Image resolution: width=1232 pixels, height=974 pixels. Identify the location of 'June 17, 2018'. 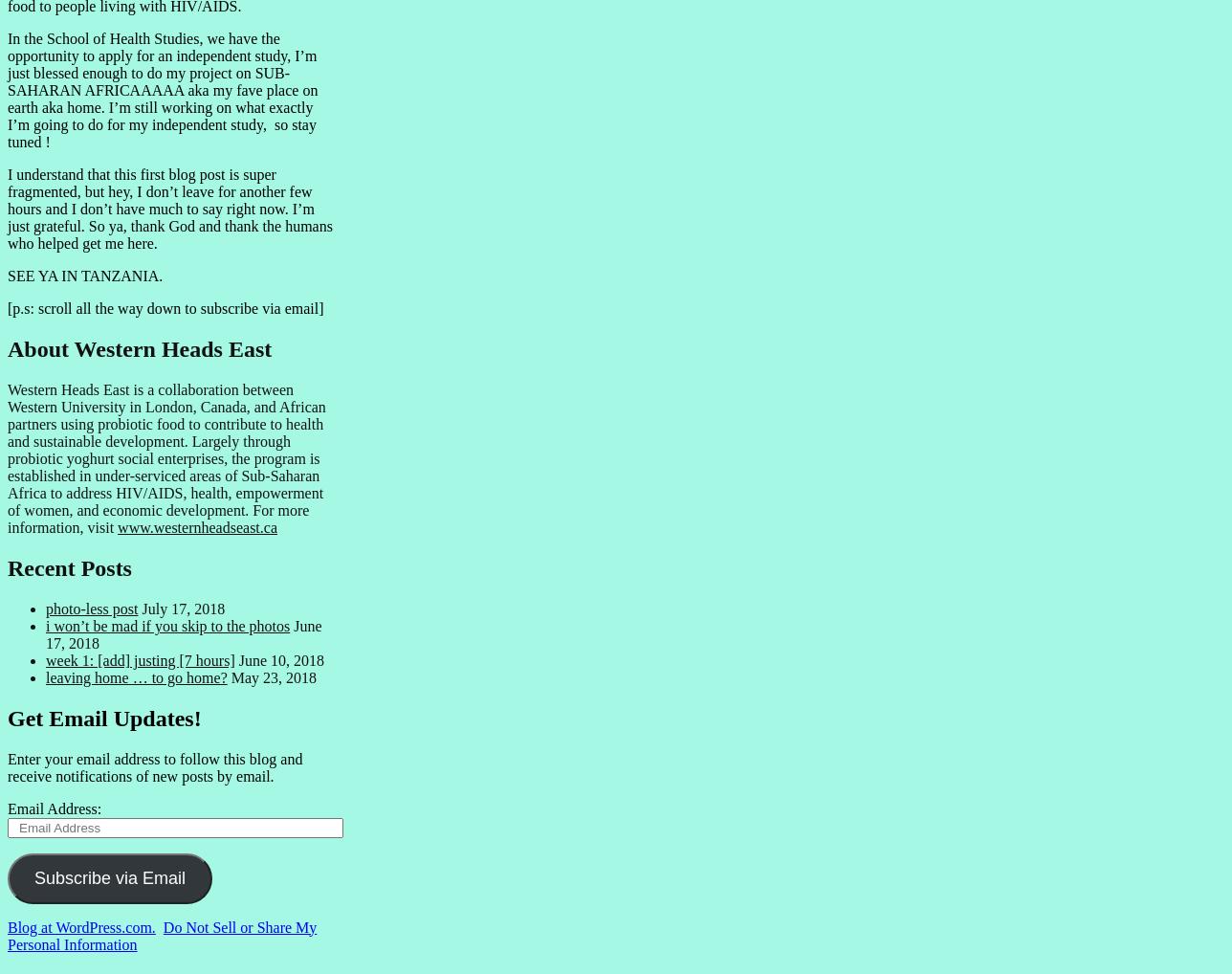
(184, 632).